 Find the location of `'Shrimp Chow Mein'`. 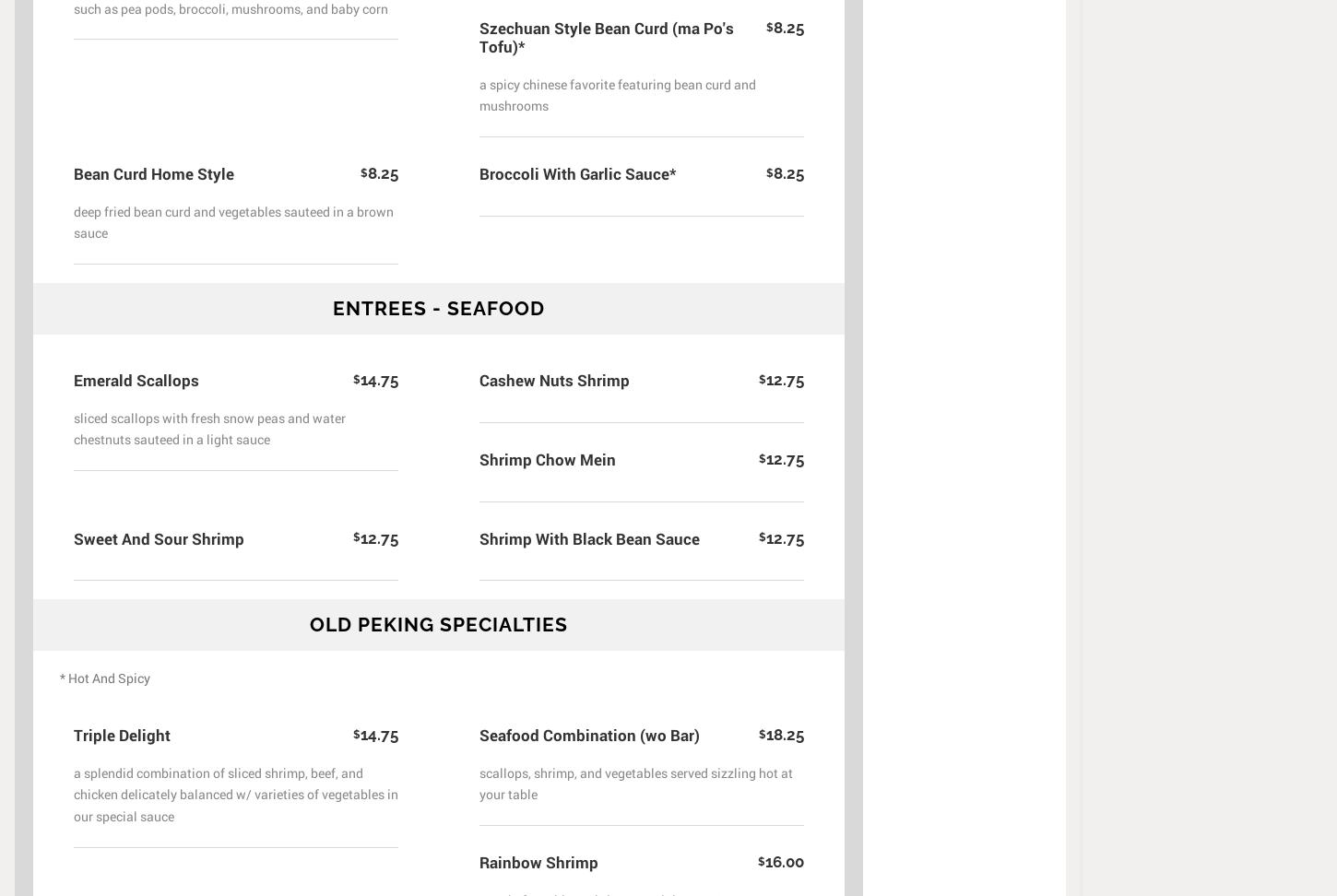

'Shrimp Chow Mein' is located at coordinates (548, 458).